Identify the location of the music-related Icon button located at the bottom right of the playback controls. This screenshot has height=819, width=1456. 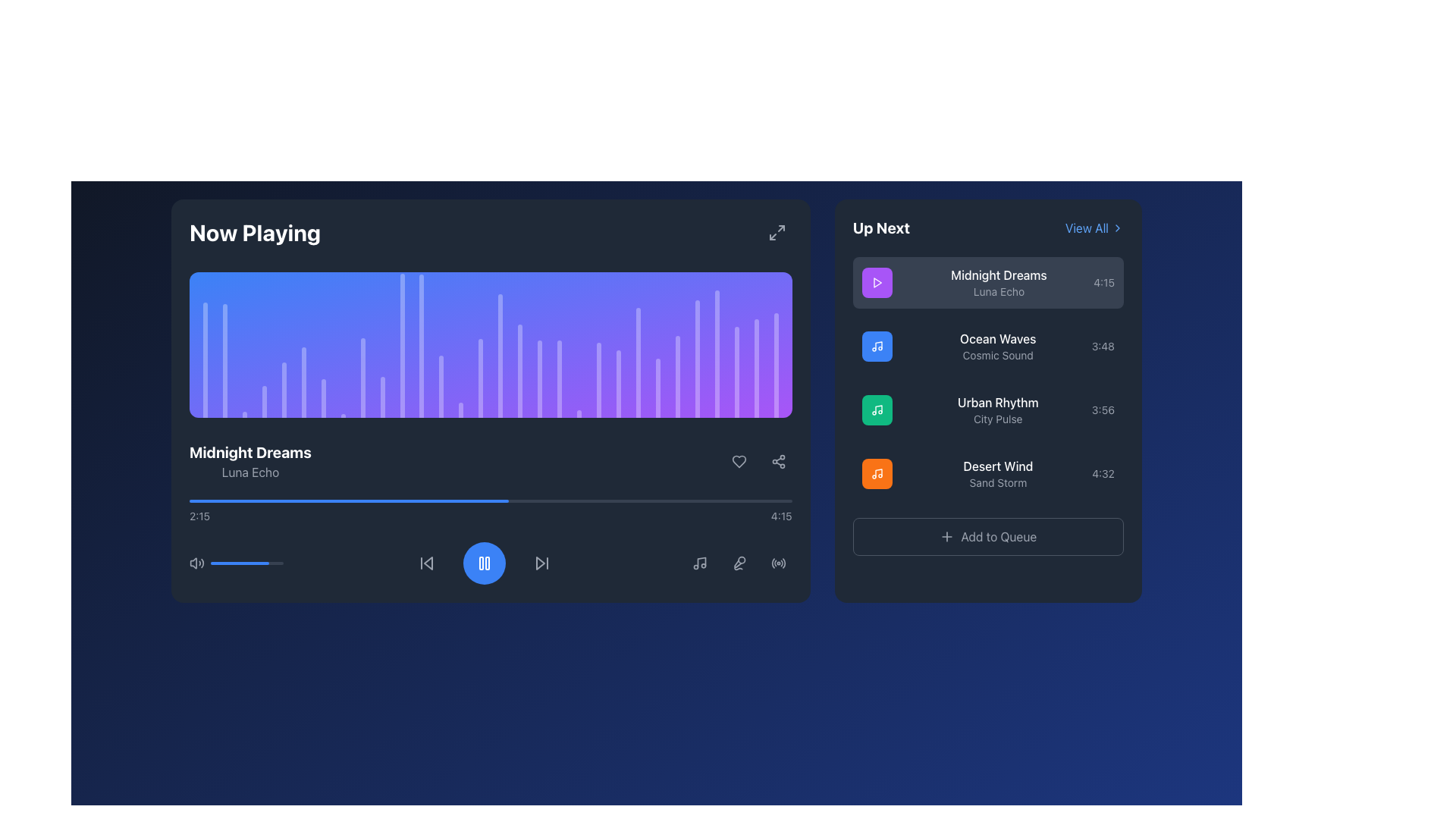
(698, 563).